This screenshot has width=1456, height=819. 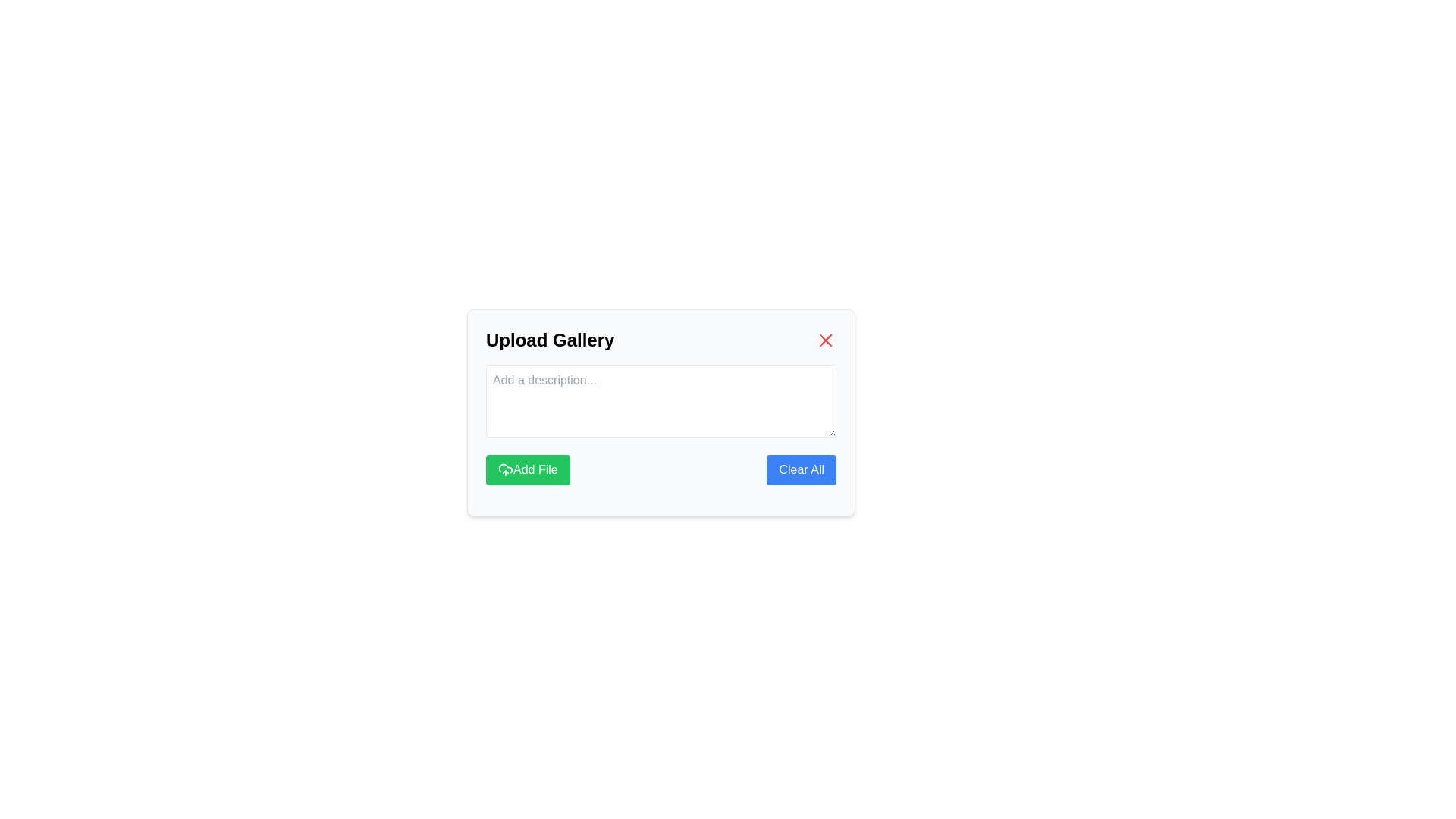 I want to click on within the central upload panel that has a light-gray background, rounded corners, and contains the title 'Upload Gallery' to interact with its functionalities, so click(x=661, y=412).